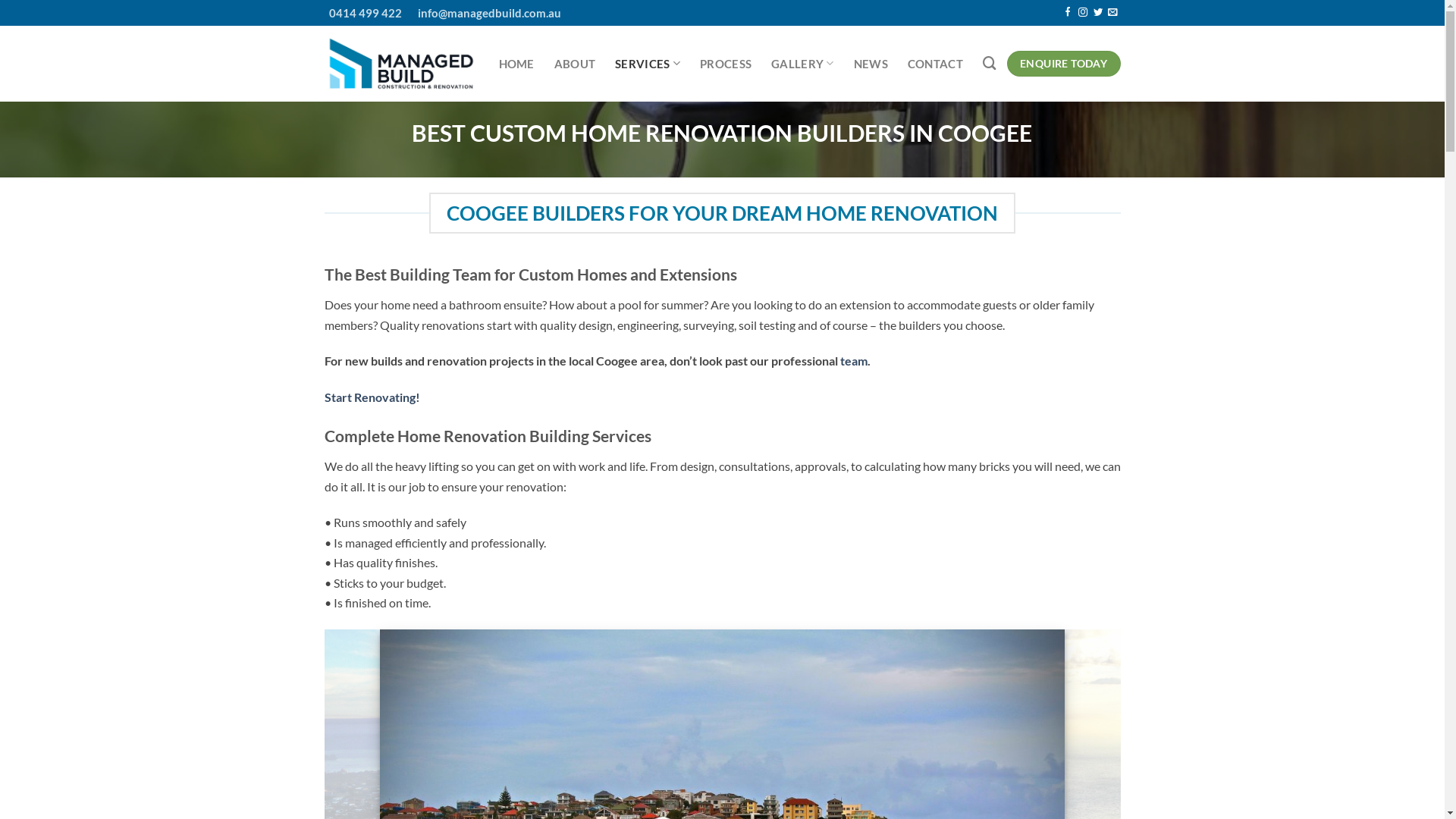 Image resolution: width=1456 pixels, height=819 pixels. I want to click on 'ABOUT', so click(574, 63).